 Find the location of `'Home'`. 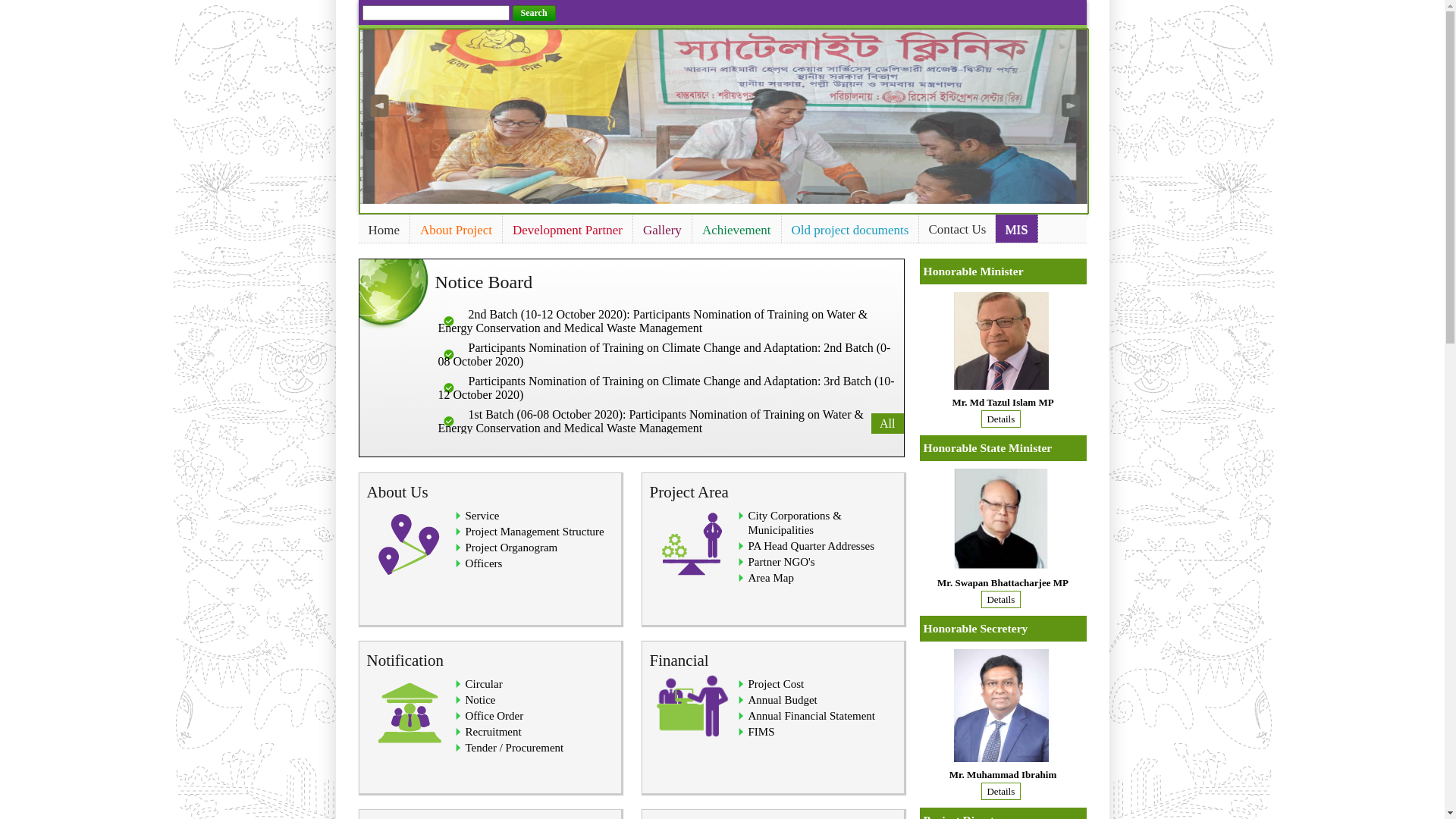

'Home' is located at coordinates (383, 231).